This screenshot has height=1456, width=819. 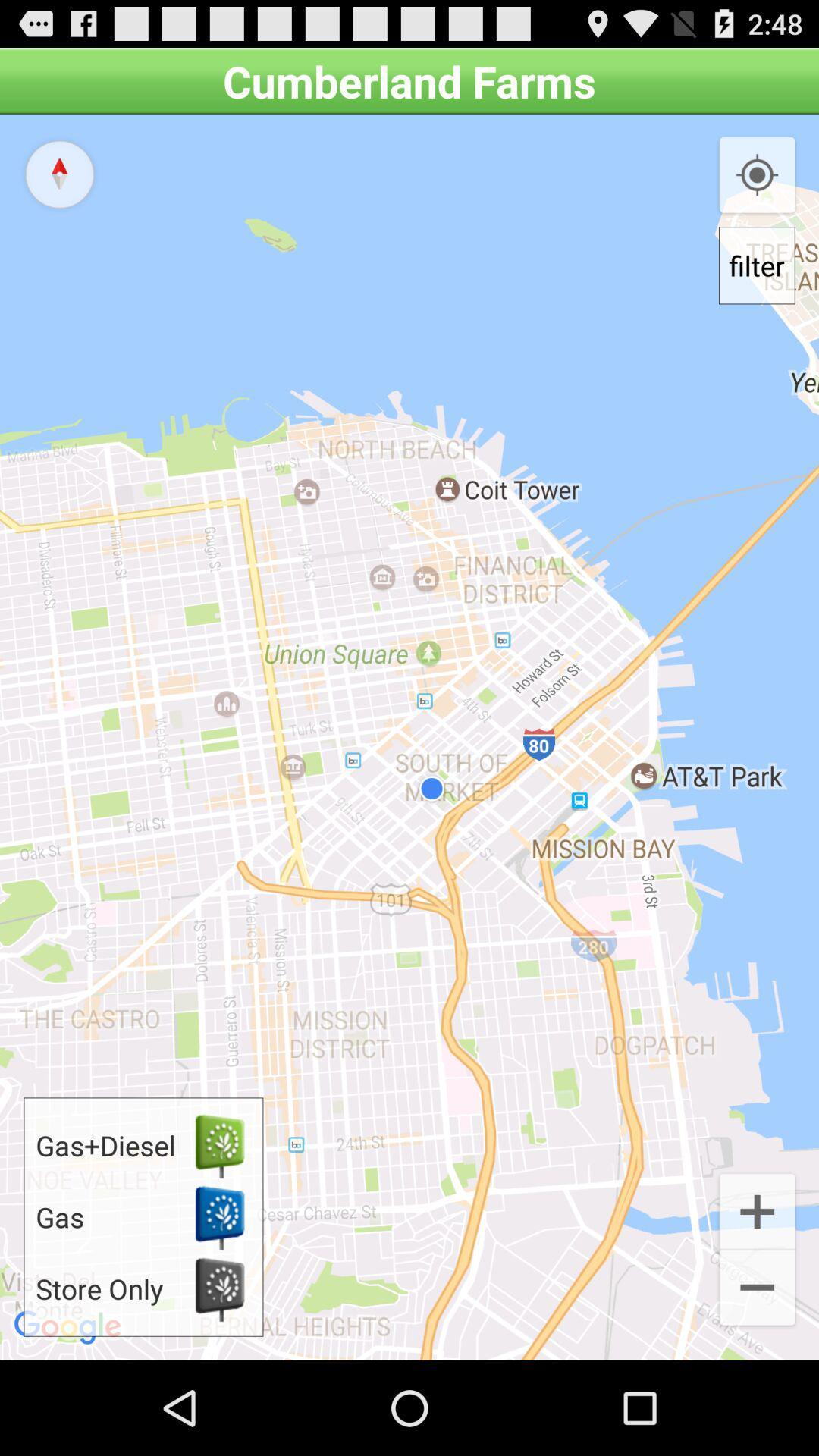 I want to click on filter icon, so click(x=757, y=265).